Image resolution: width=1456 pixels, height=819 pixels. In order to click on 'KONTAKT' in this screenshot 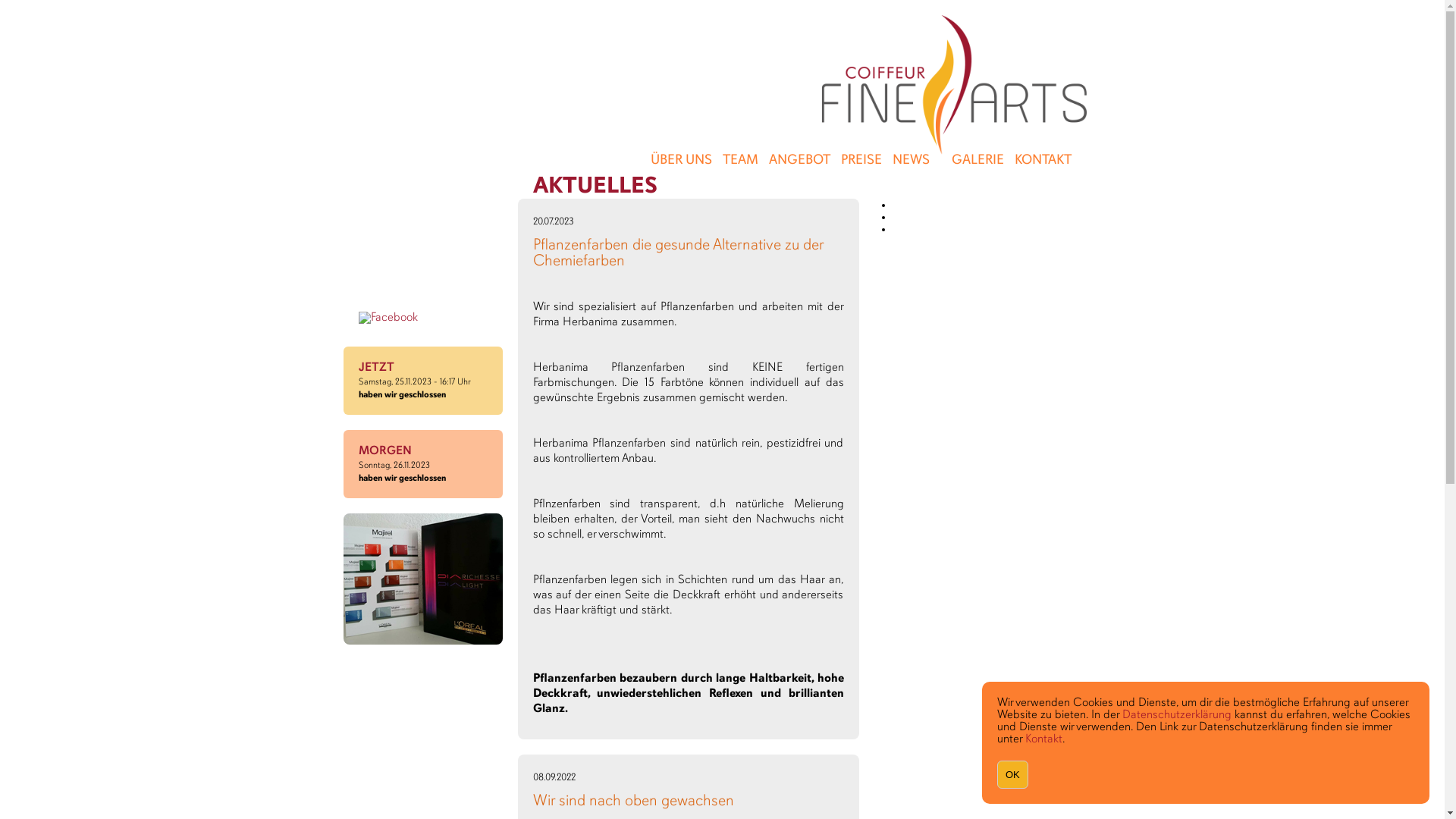, I will do `click(1042, 160)`.